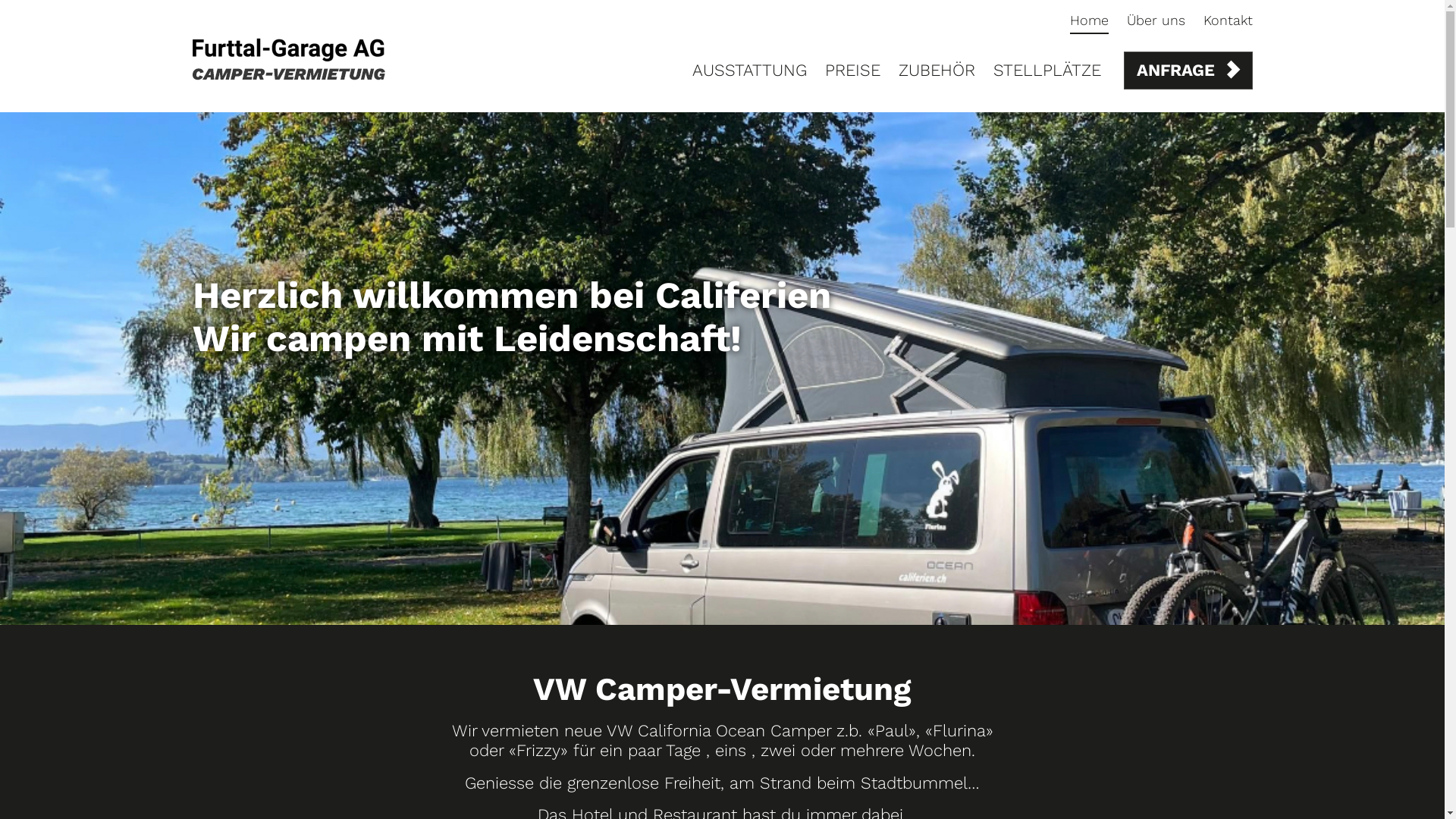 This screenshot has width=1456, height=819. I want to click on 'PREISE', so click(852, 70).